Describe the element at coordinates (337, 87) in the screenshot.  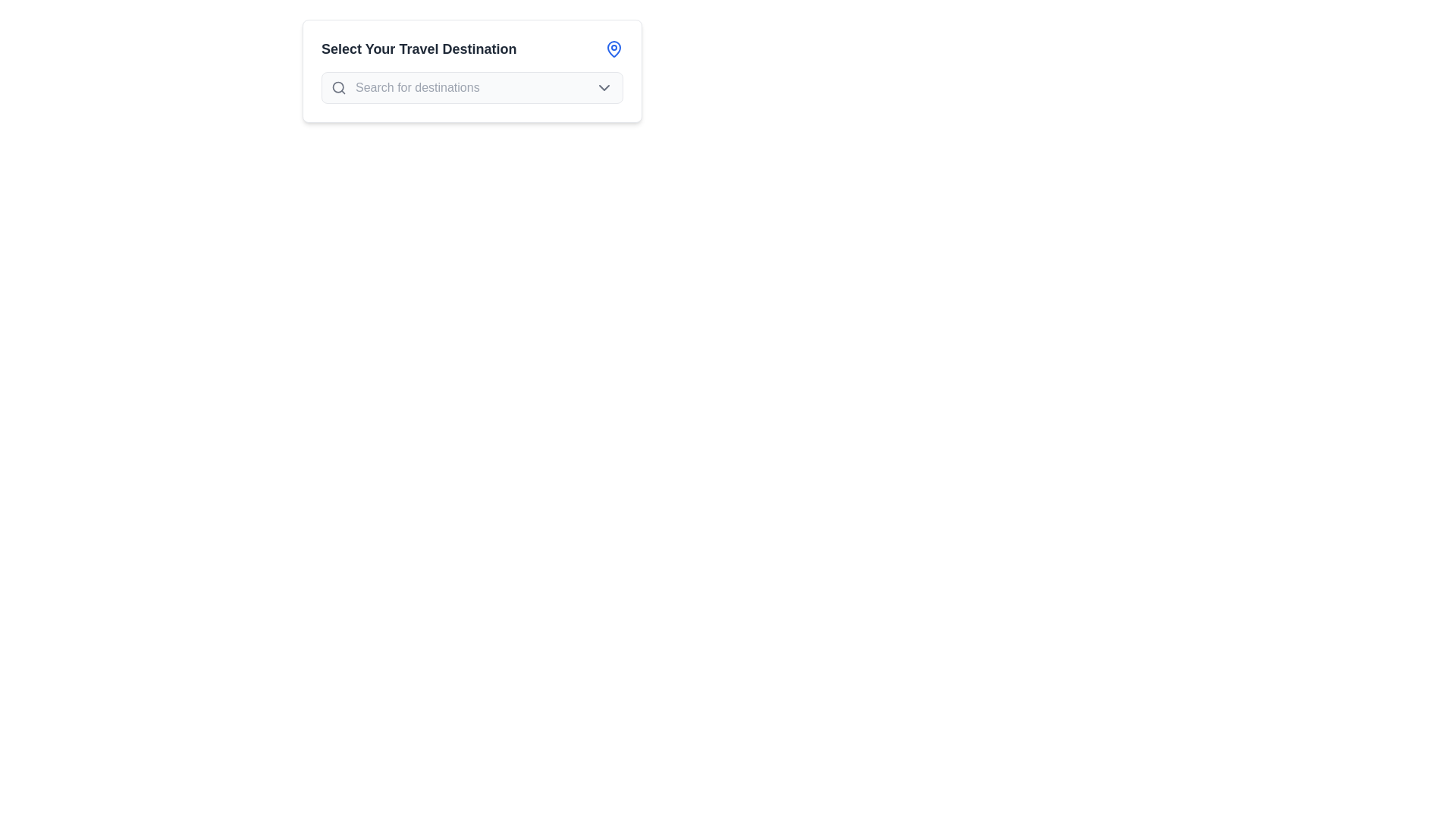
I see `the input field associated with the magnifying glass icon` at that location.